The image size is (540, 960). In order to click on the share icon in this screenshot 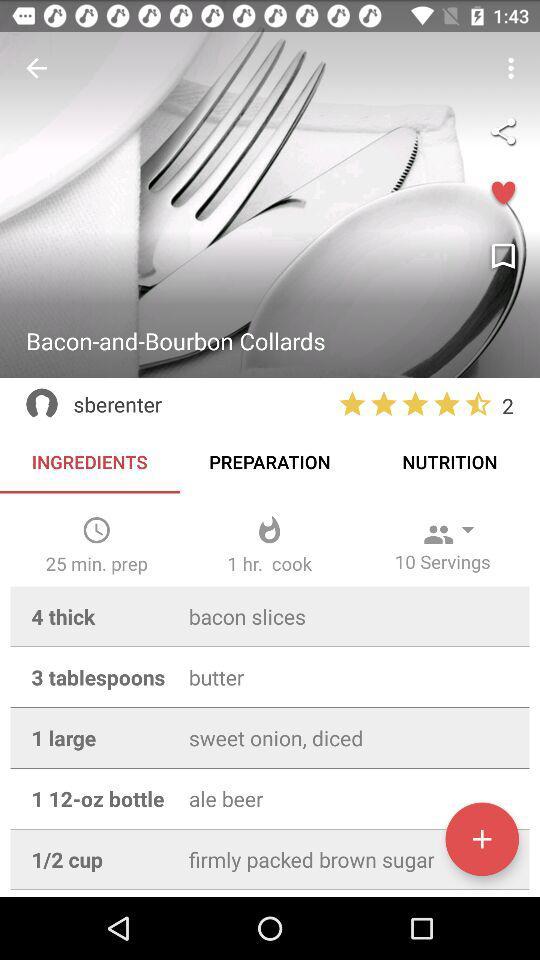, I will do `click(502, 130)`.